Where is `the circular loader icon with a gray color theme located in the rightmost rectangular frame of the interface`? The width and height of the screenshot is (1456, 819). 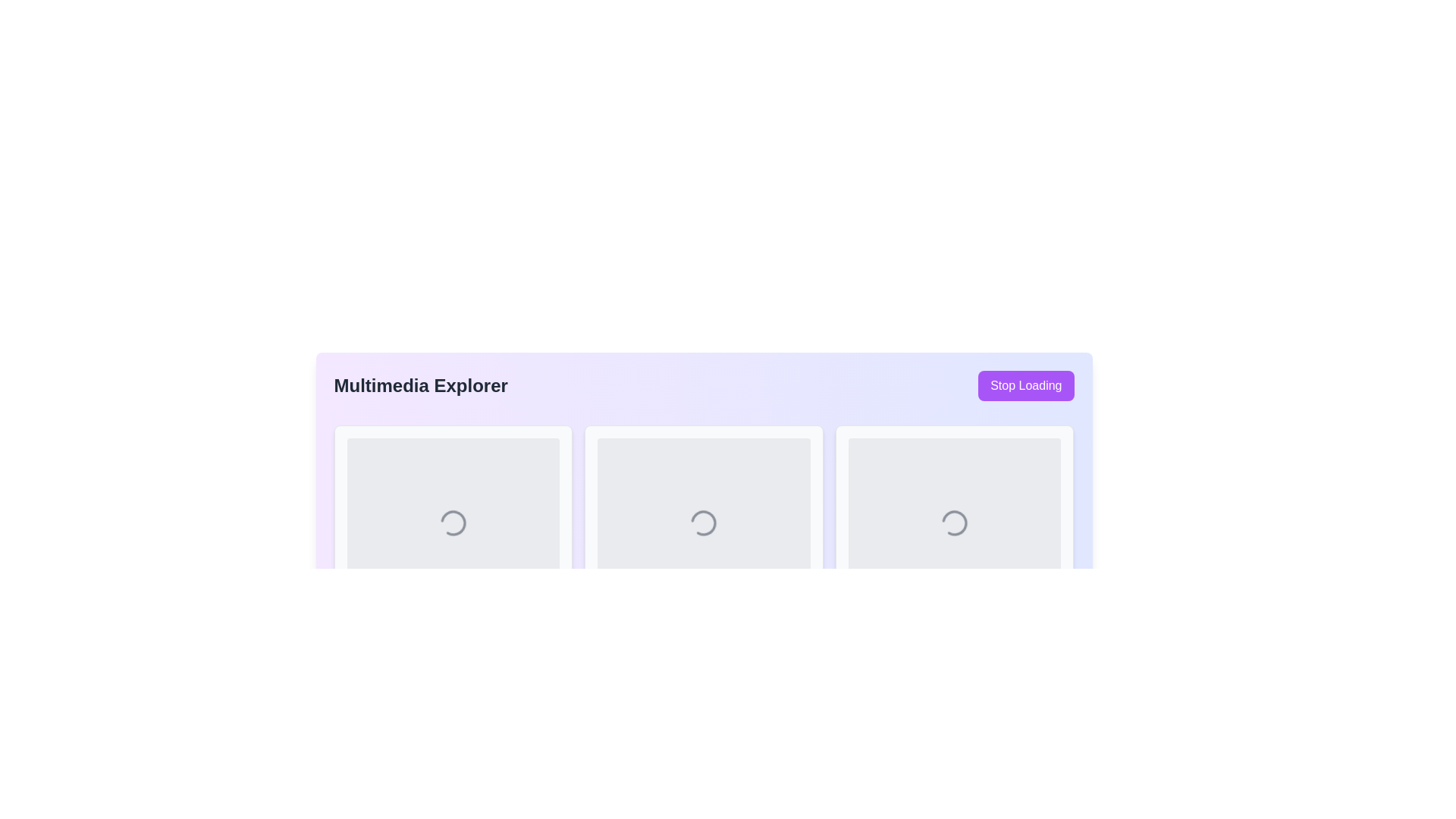 the circular loader icon with a gray color theme located in the rightmost rectangular frame of the interface is located at coordinates (954, 522).